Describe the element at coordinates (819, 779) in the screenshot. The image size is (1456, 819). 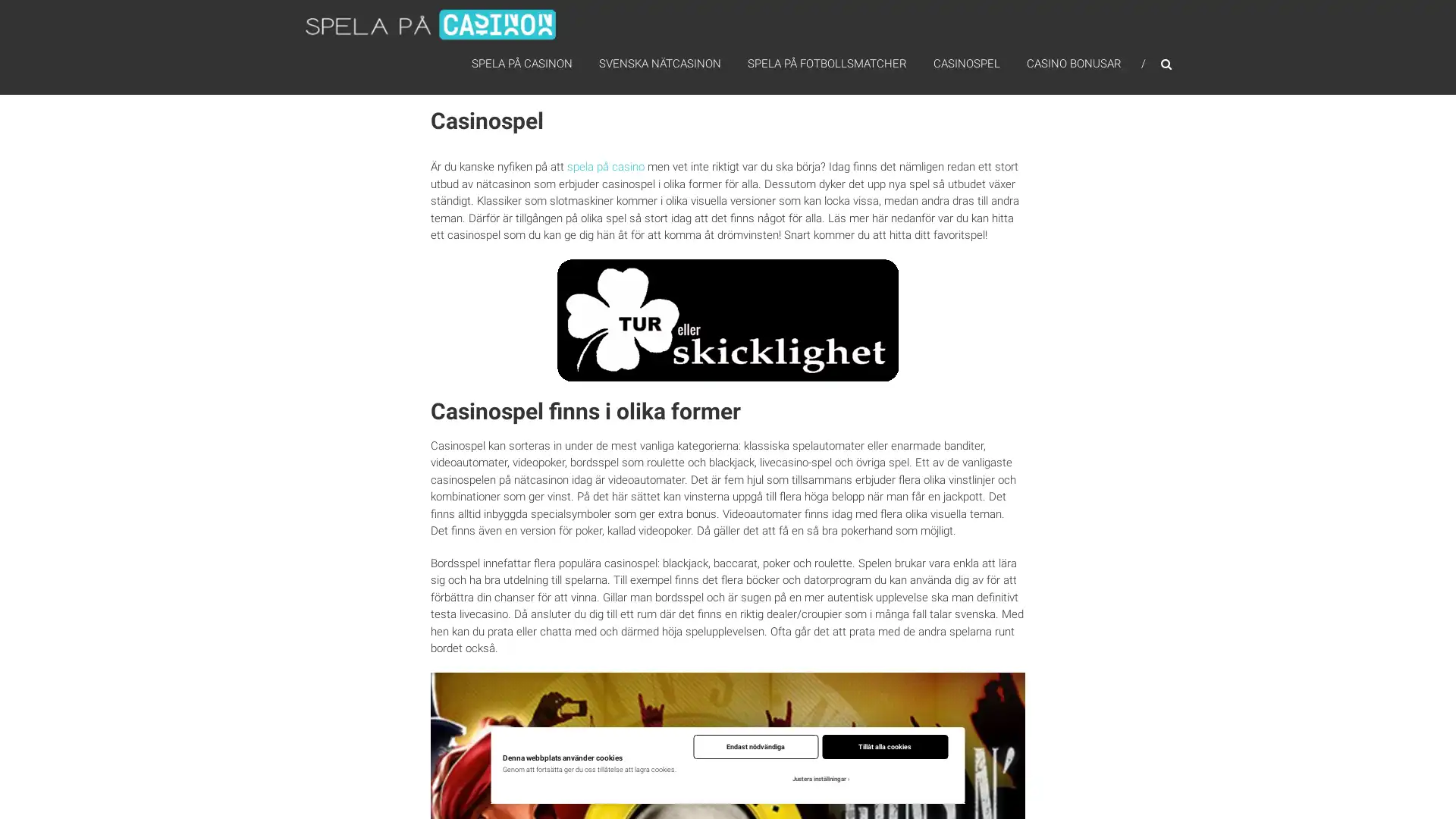
I see `Justera installningar` at that location.